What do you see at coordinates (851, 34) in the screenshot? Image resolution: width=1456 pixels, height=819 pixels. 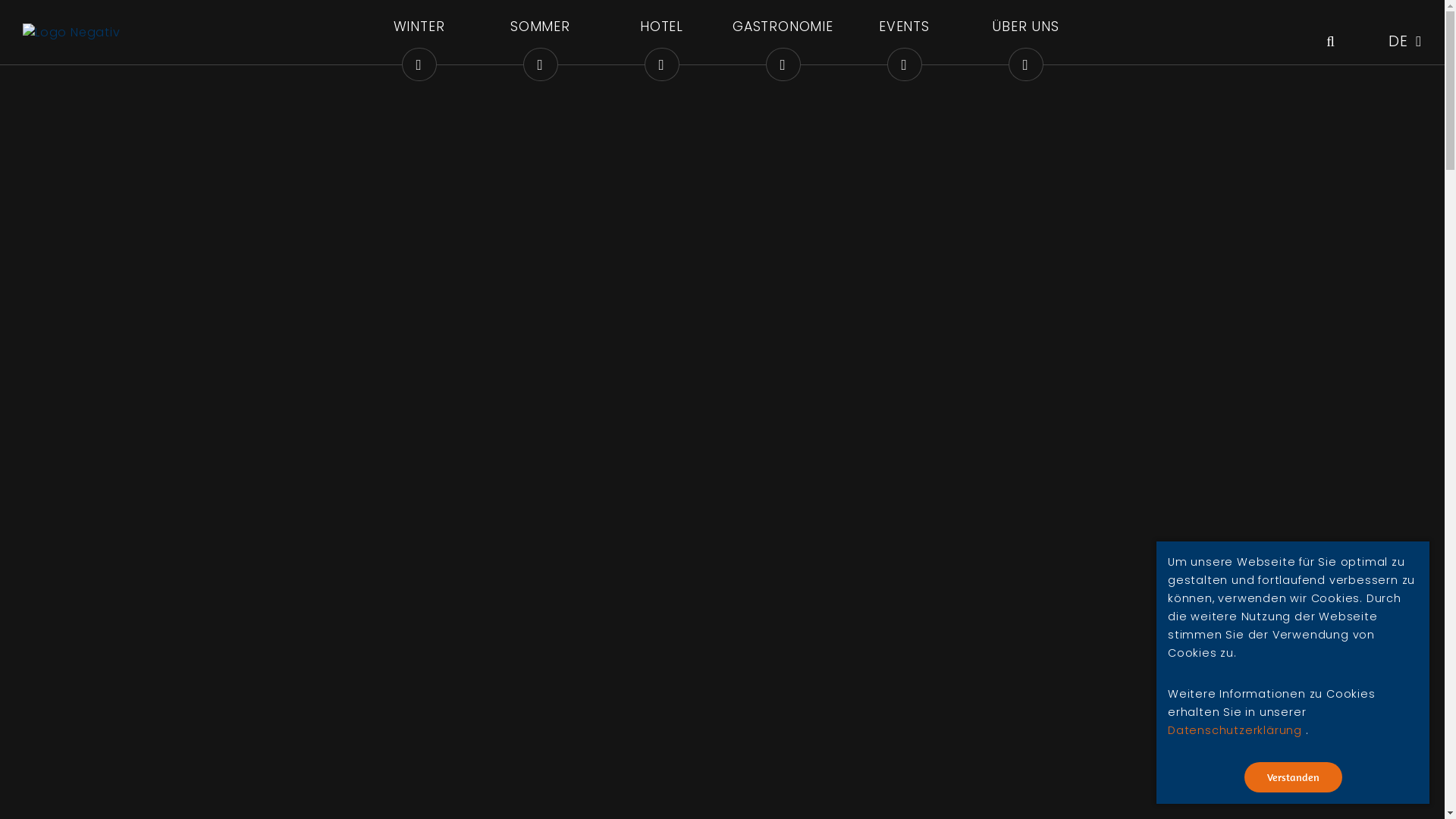 I see `'EVENTS'` at bounding box center [851, 34].